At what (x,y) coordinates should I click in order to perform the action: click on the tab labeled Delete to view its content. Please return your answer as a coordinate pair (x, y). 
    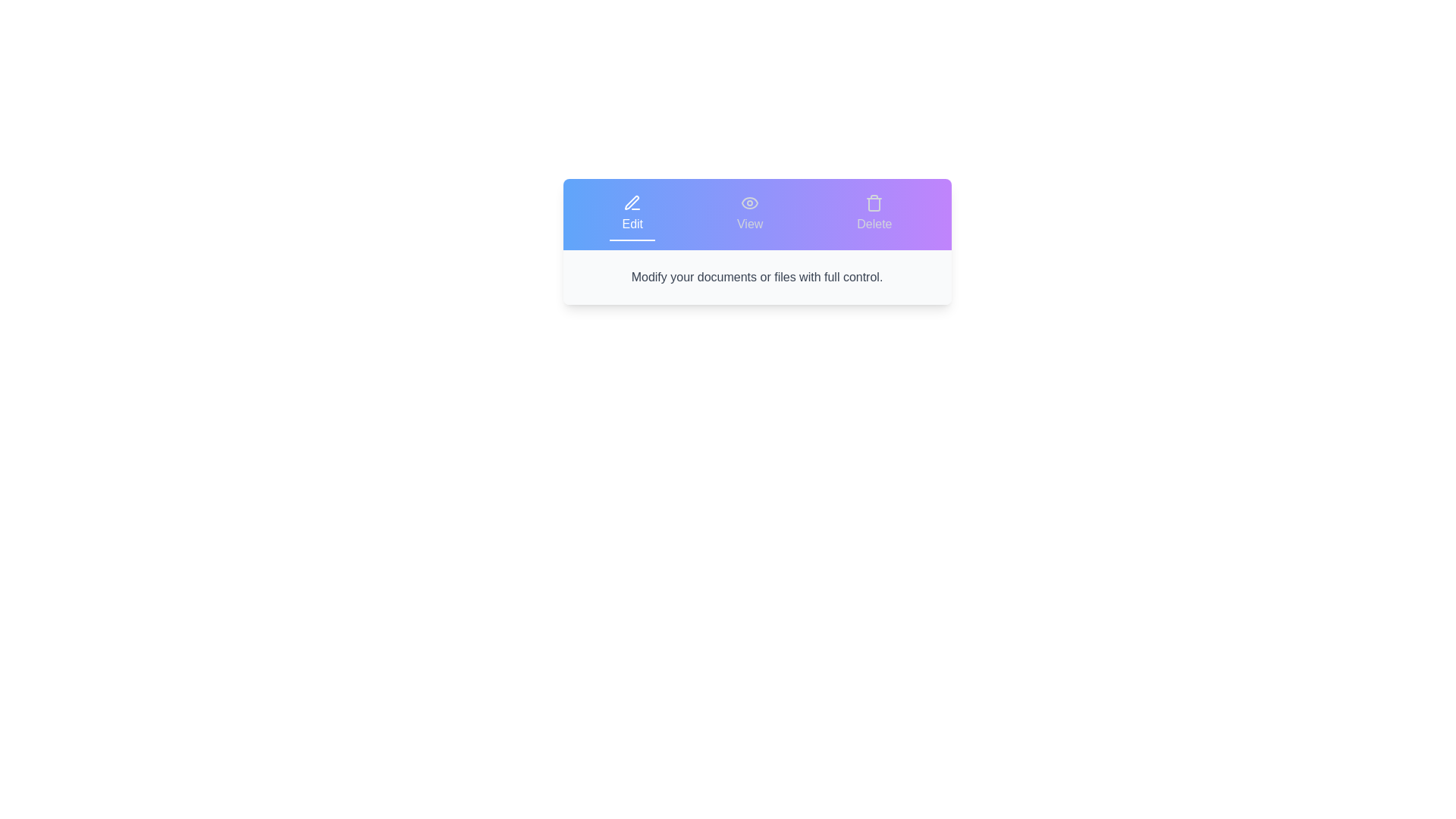
    Looking at the image, I should click on (874, 214).